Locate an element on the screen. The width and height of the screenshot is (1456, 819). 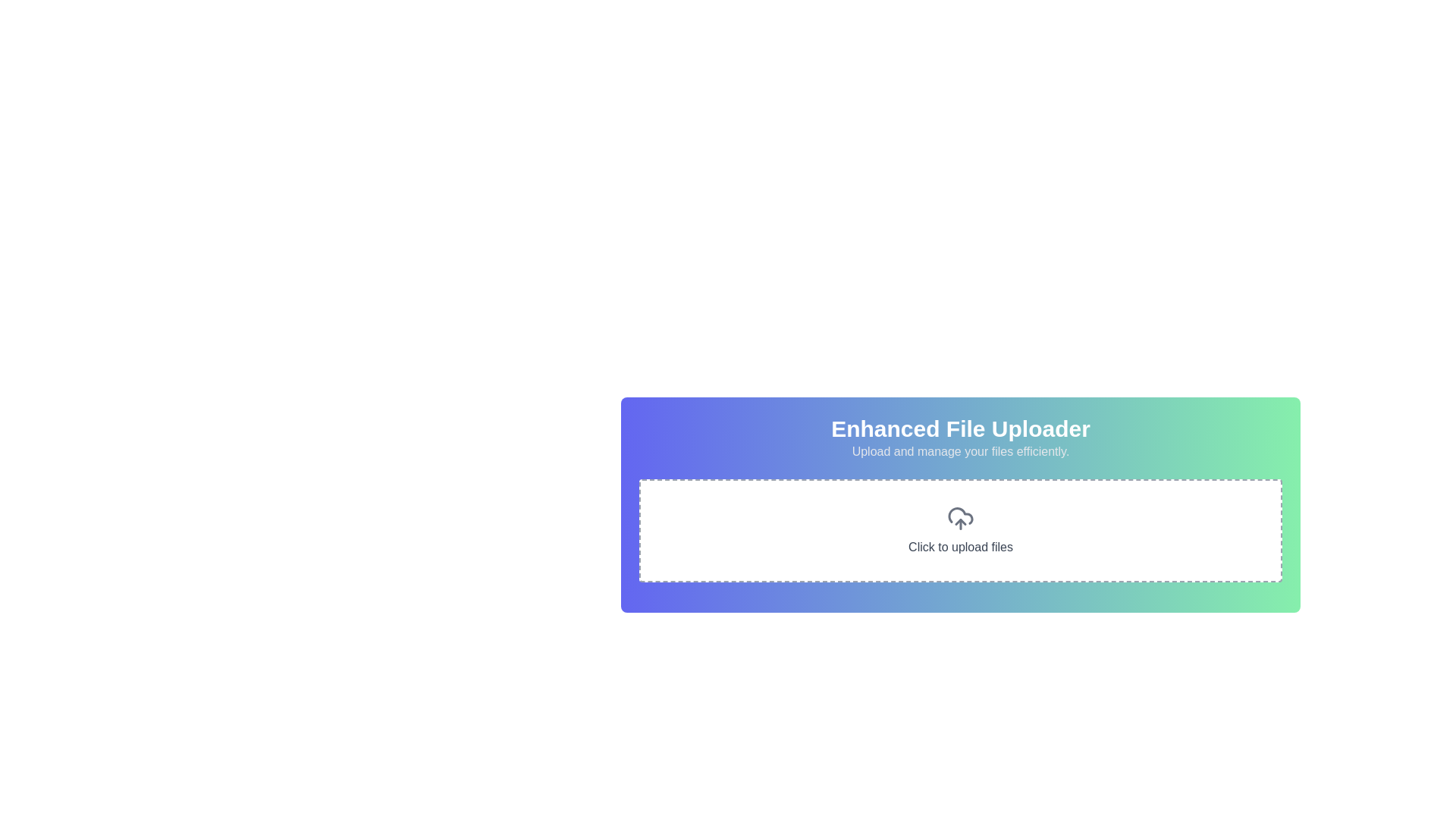
the heading 'Enhanced File Uploader' of the File uploader interface is located at coordinates (960, 536).